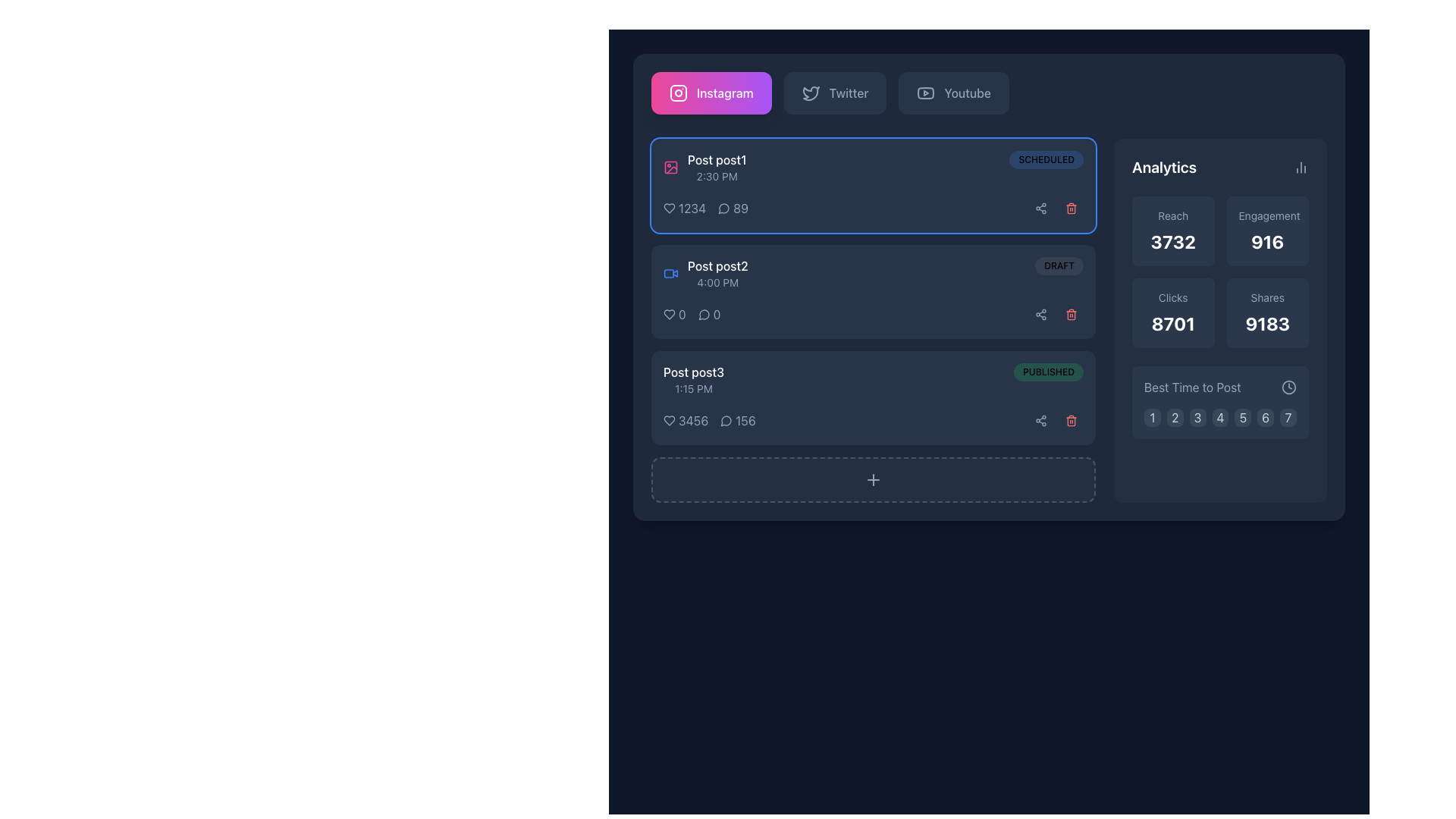  I want to click on total number of shares displayed on the Data display card located in the bottom-right position of the Analytics section, so click(1267, 312).